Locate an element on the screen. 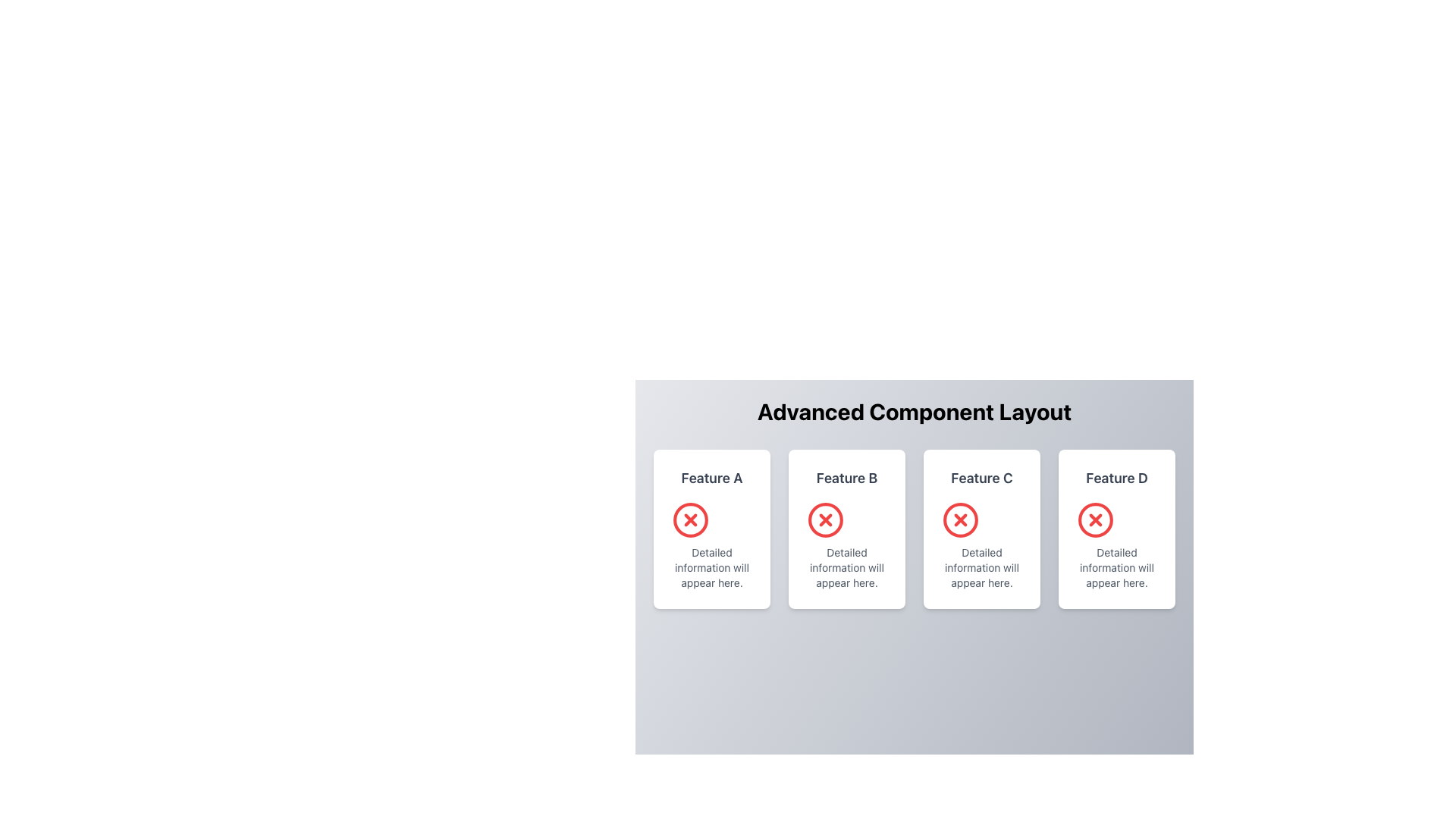 Image resolution: width=1456 pixels, height=819 pixels. the circular icon with a red cross symbol located within the 'Feature D' card, positioned on the far right of the row is located at coordinates (1095, 519).